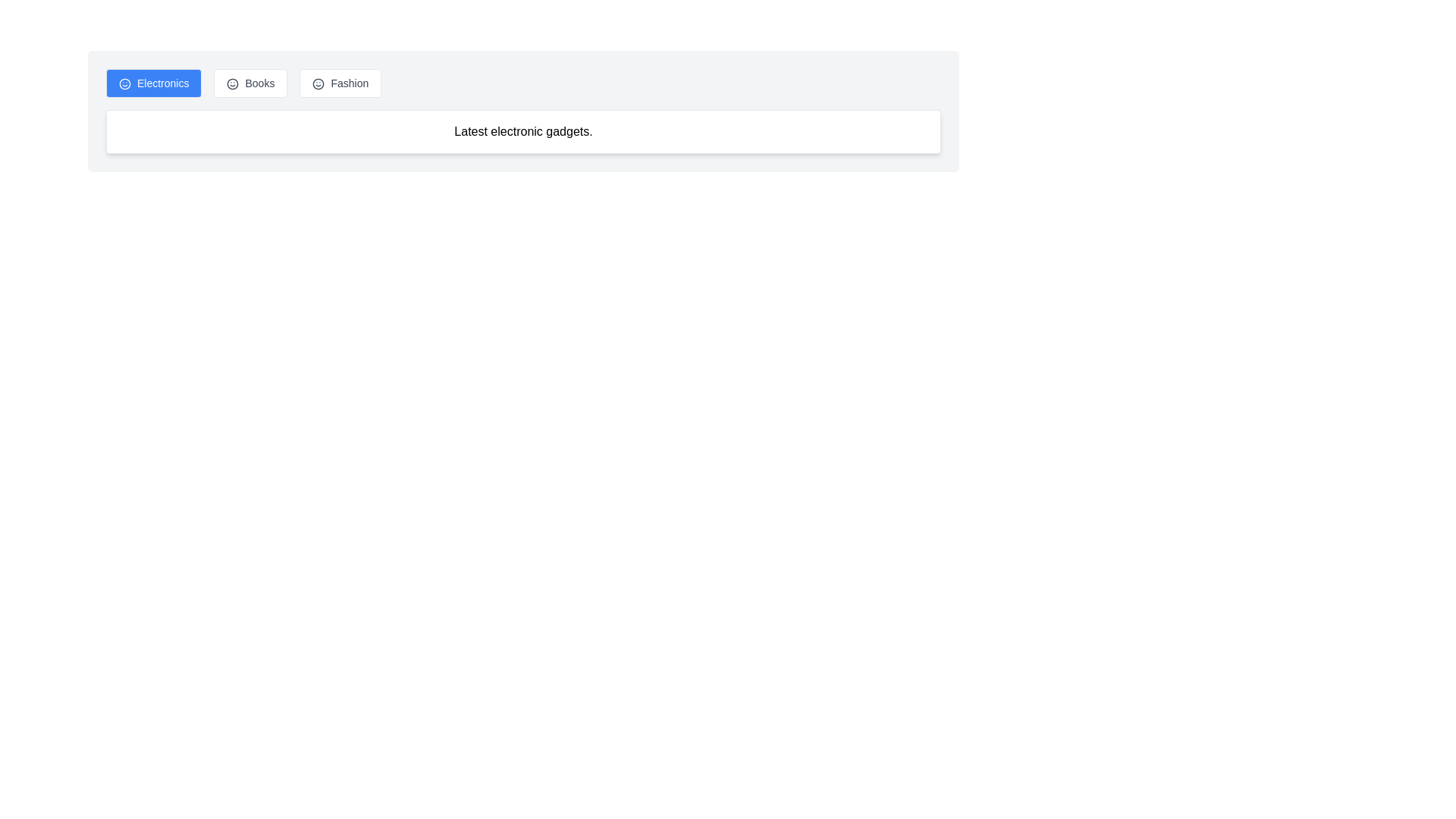 The height and width of the screenshot is (819, 1456). Describe the element at coordinates (124, 84) in the screenshot. I see `the decorative Circle SVG component located in the icon of the 'Electronics' button at the top of the interface` at that location.